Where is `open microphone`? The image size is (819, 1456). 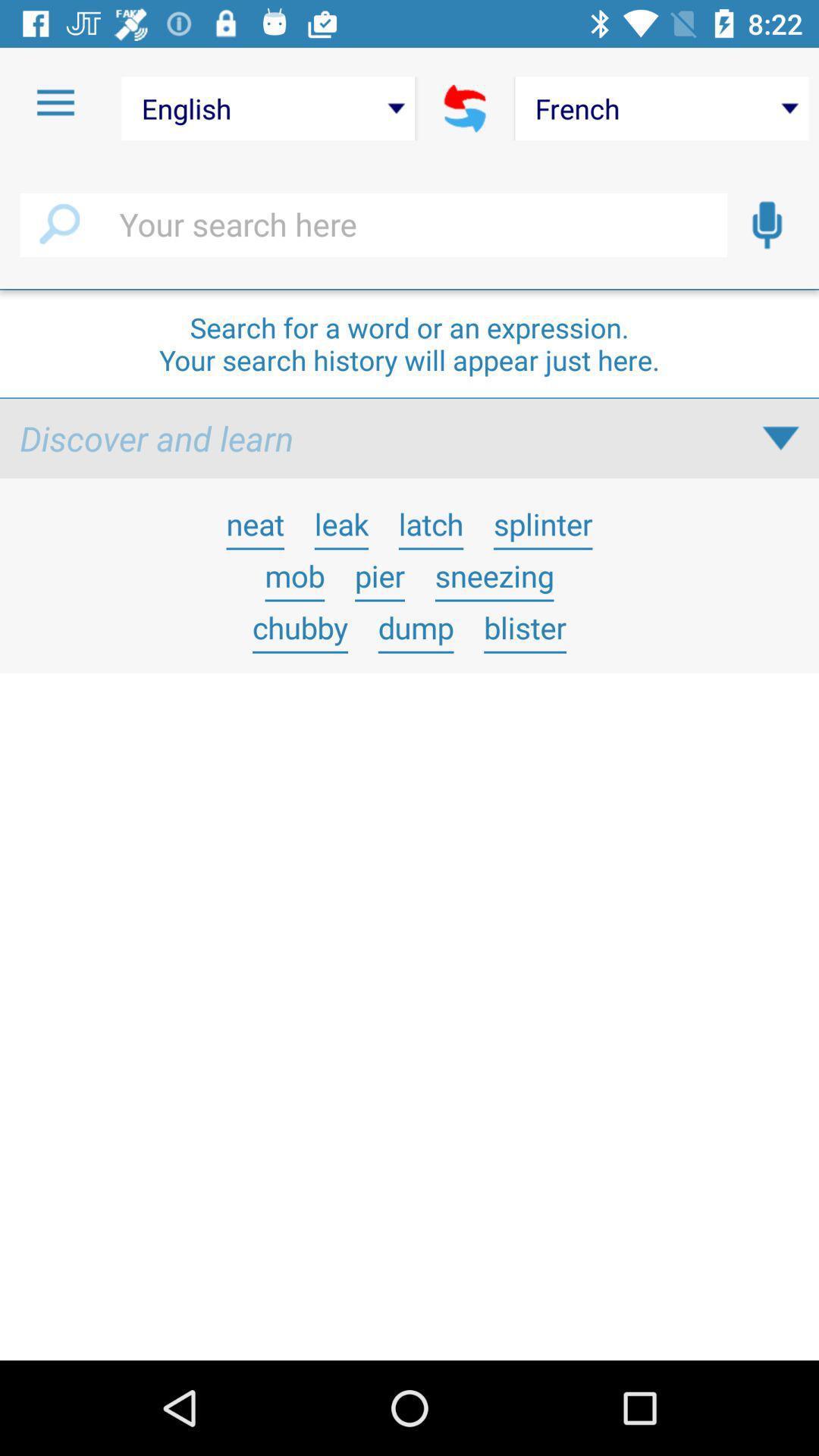 open microphone is located at coordinates (767, 224).